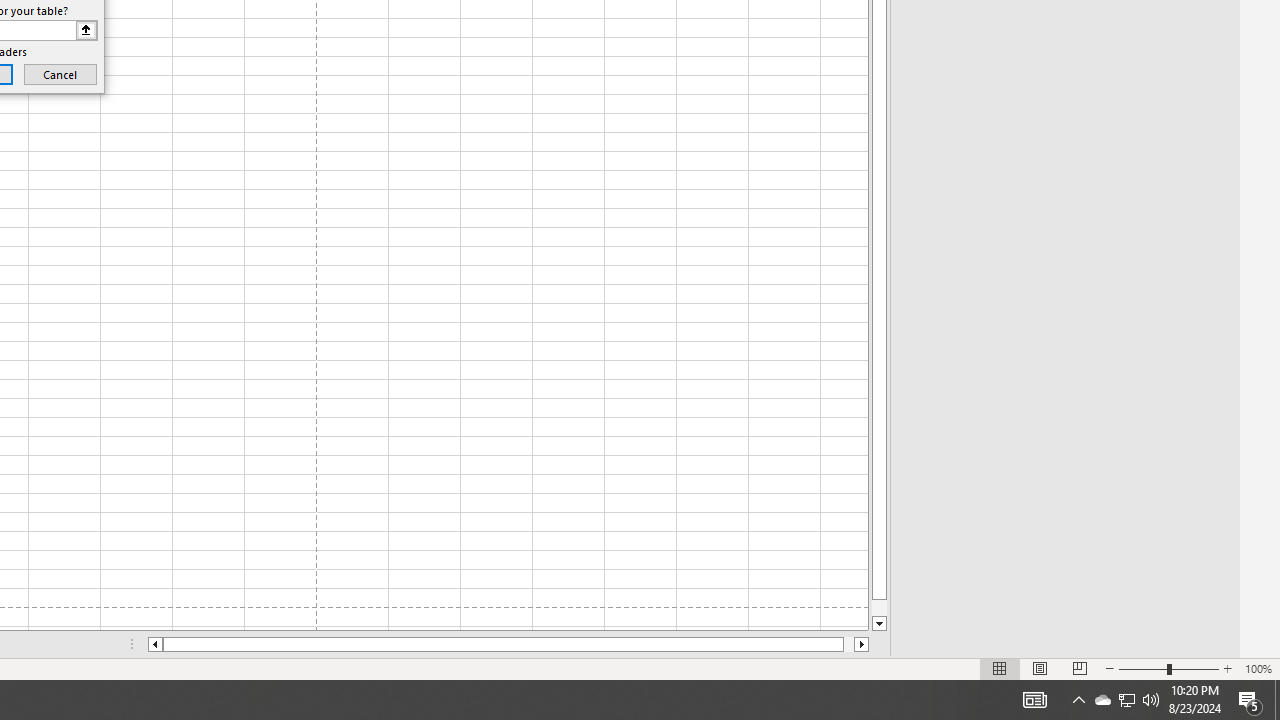 The width and height of the screenshot is (1280, 720). Describe the element at coordinates (153, 644) in the screenshot. I see `'Column left'` at that location.